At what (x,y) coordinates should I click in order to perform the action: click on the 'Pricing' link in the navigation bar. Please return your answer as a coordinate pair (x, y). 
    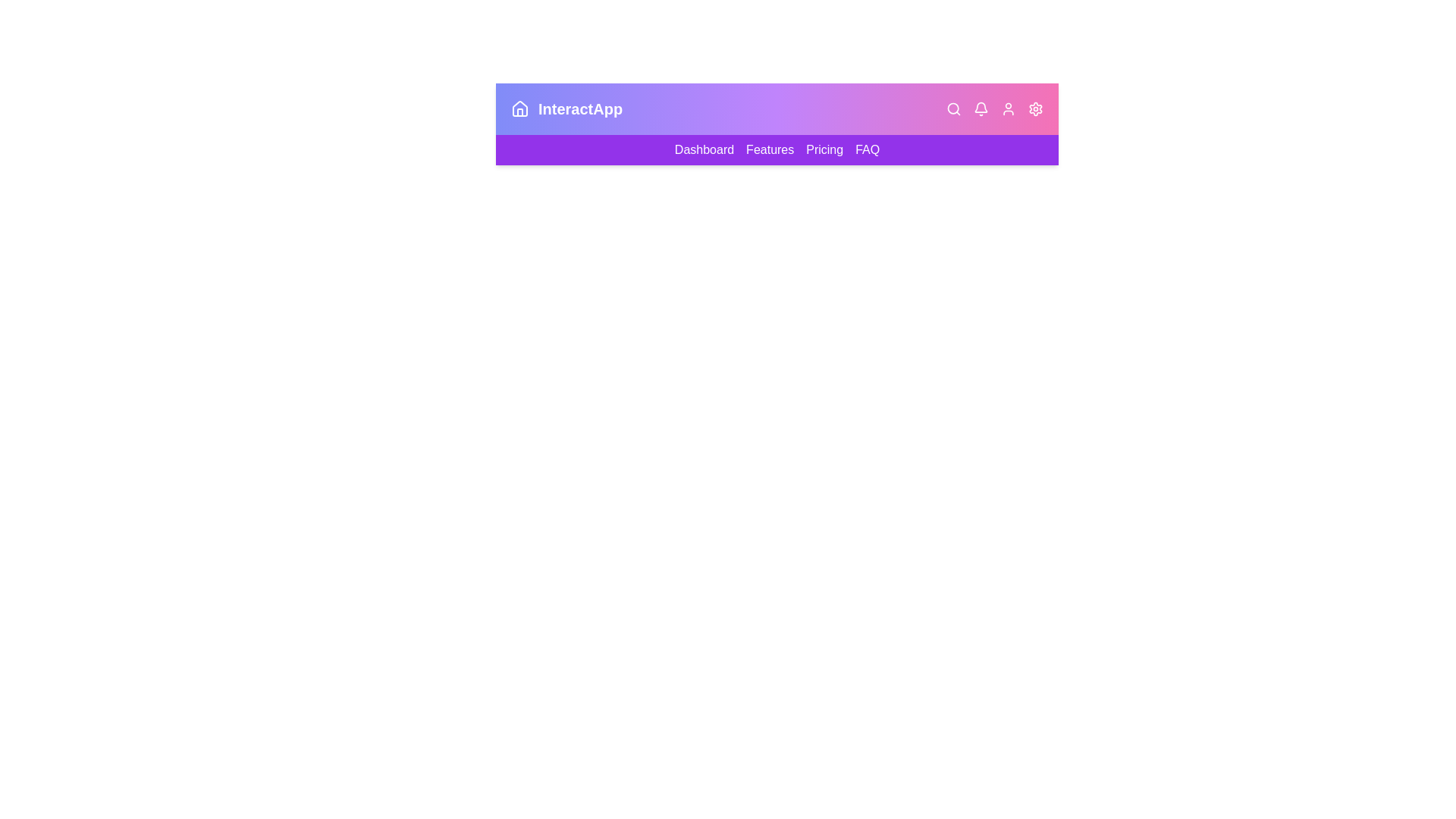
    Looking at the image, I should click on (823, 149).